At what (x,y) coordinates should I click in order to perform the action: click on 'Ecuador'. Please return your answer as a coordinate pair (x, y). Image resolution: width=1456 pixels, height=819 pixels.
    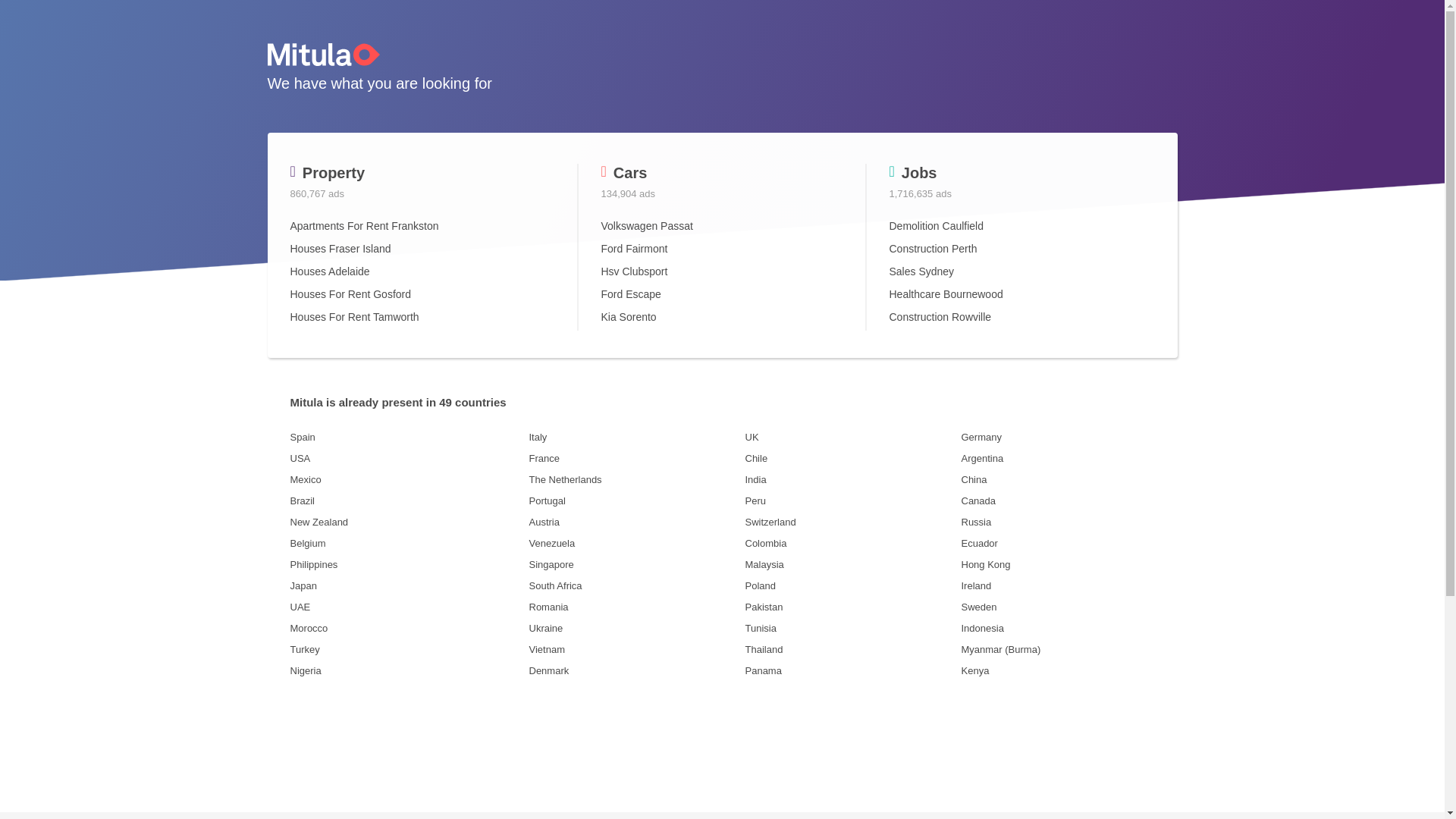
    Looking at the image, I should click on (1057, 543).